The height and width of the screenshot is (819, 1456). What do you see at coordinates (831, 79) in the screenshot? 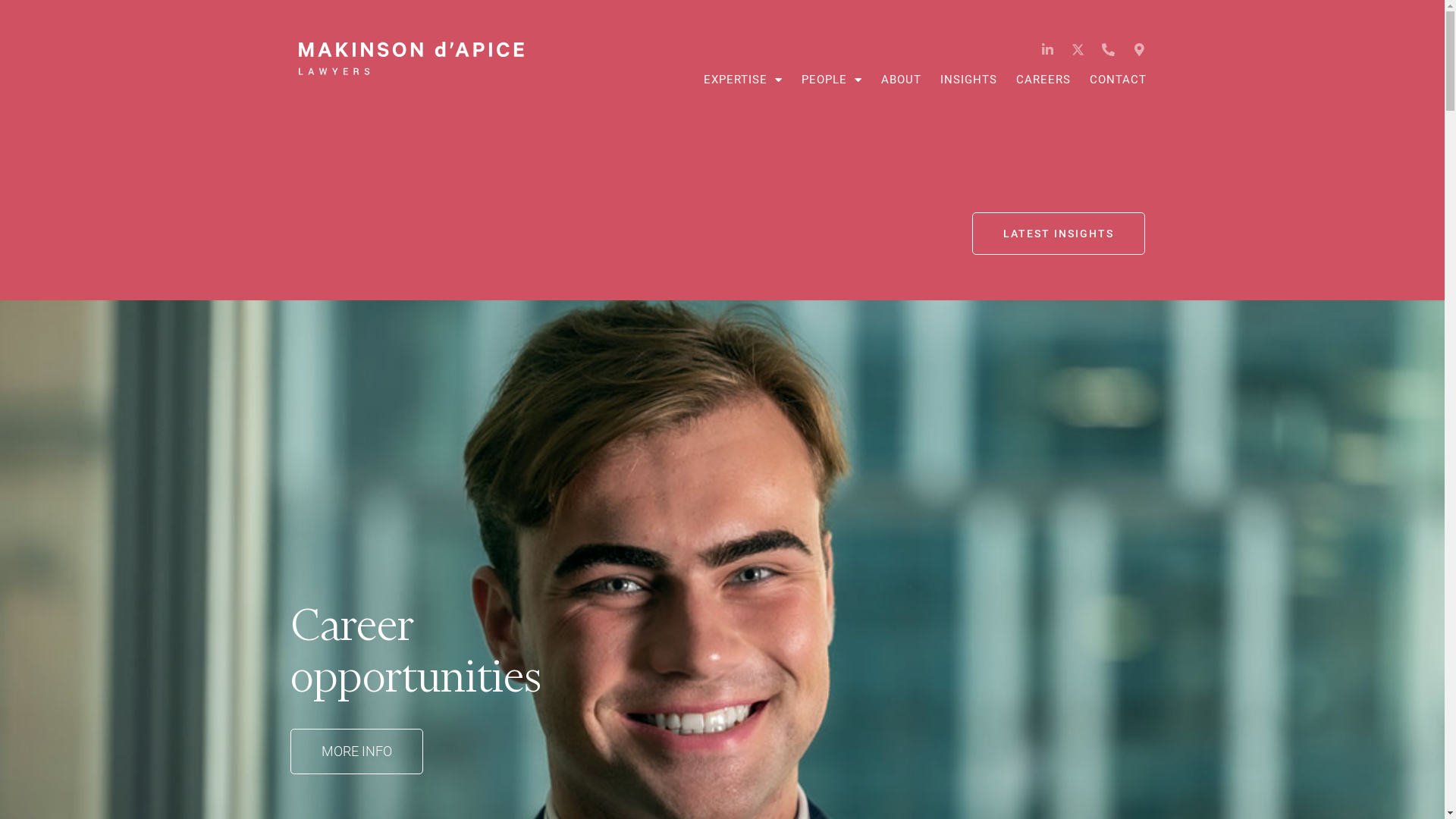
I see `'PEOPLE'` at bounding box center [831, 79].